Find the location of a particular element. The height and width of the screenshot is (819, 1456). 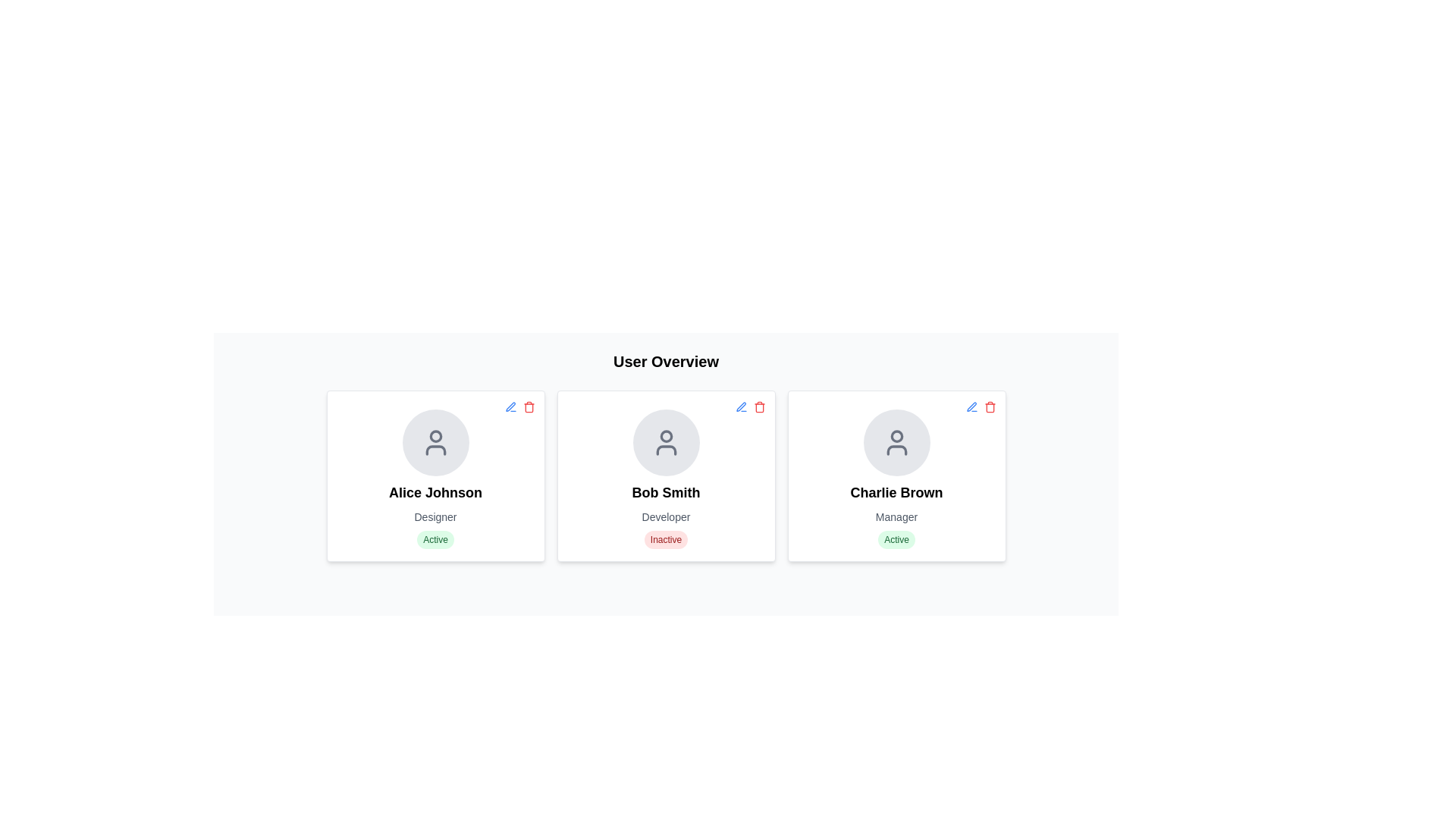

the 'Active' badge representing the status of 'Alice Johnson' in the User Overview section is located at coordinates (435, 539).